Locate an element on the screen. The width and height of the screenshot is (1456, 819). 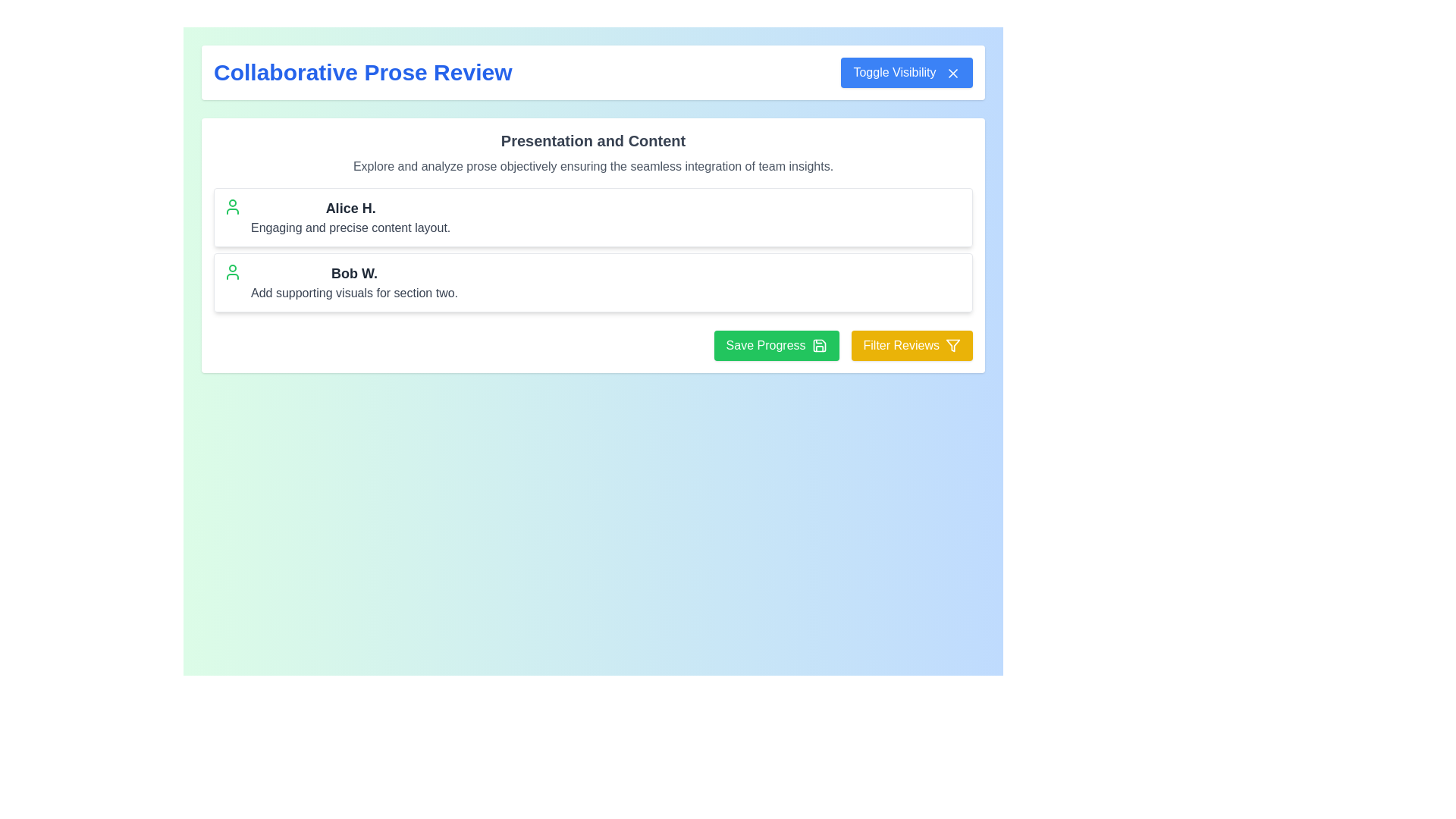
the save button located in the lower-right section of the main content area, directly to the left of the 'Filter Reviews' button is located at coordinates (777, 345).